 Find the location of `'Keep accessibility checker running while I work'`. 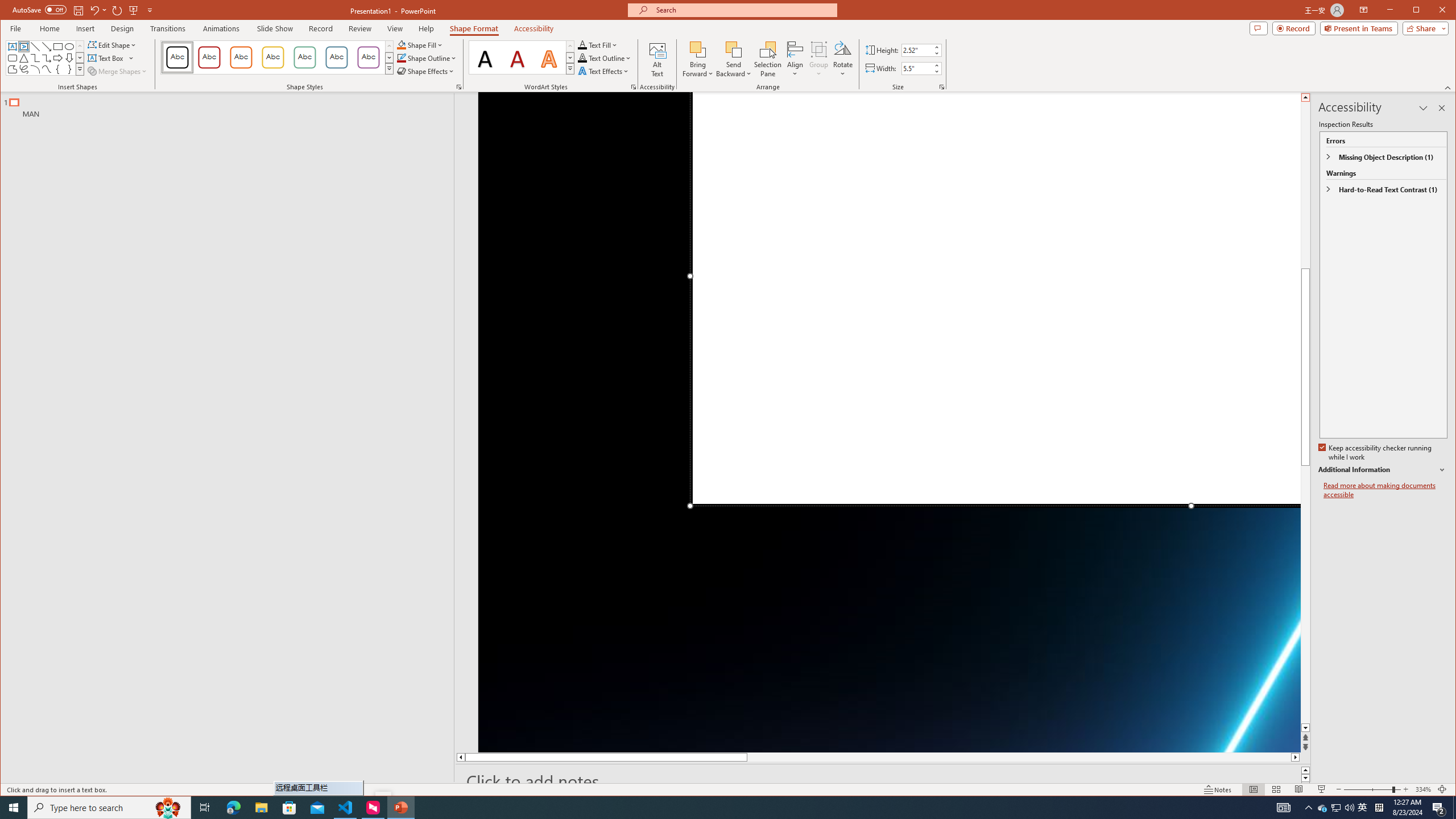

'Keep accessibility checker running while I work' is located at coordinates (1375, 453).